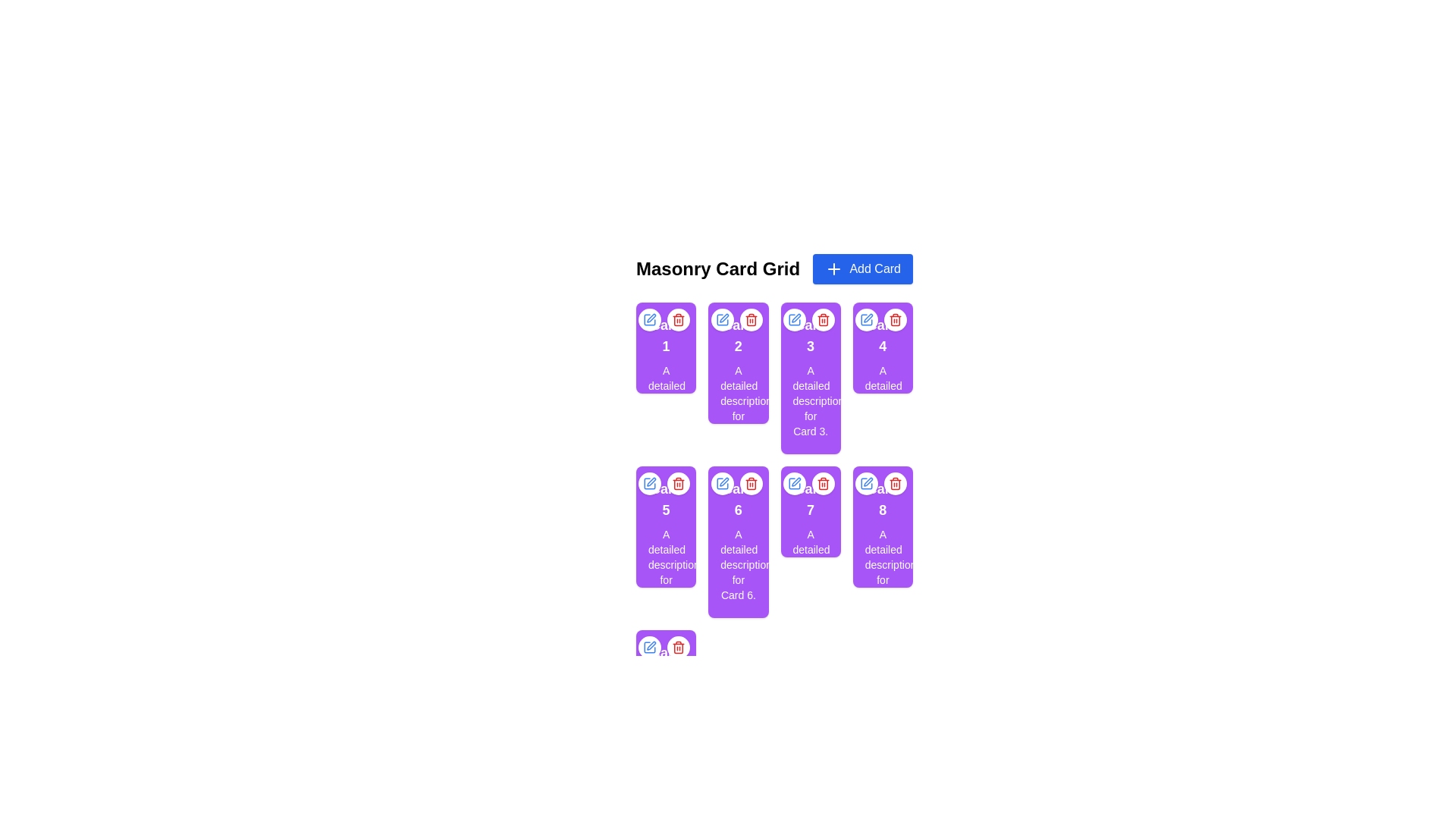 The height and width of the screenshot is (819, 1456). Describe the element at coordinates (883, 564) in the screenshot. I see `descriptive text block located below the header text 'Card 8' in the fourth column and third row of the masonry grid layout` at that location.